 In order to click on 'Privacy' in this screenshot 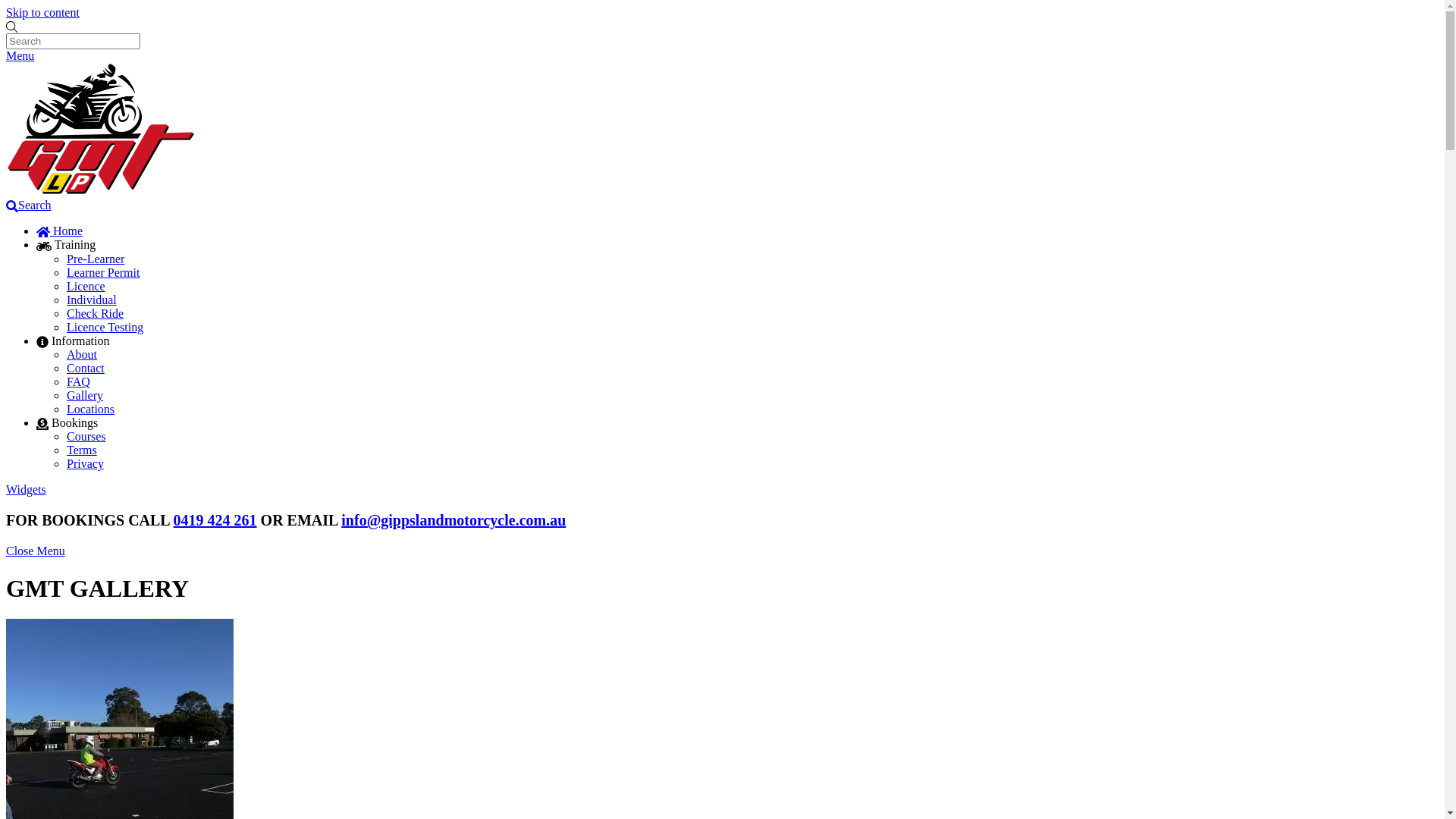, I will do `click(65, 463)`.